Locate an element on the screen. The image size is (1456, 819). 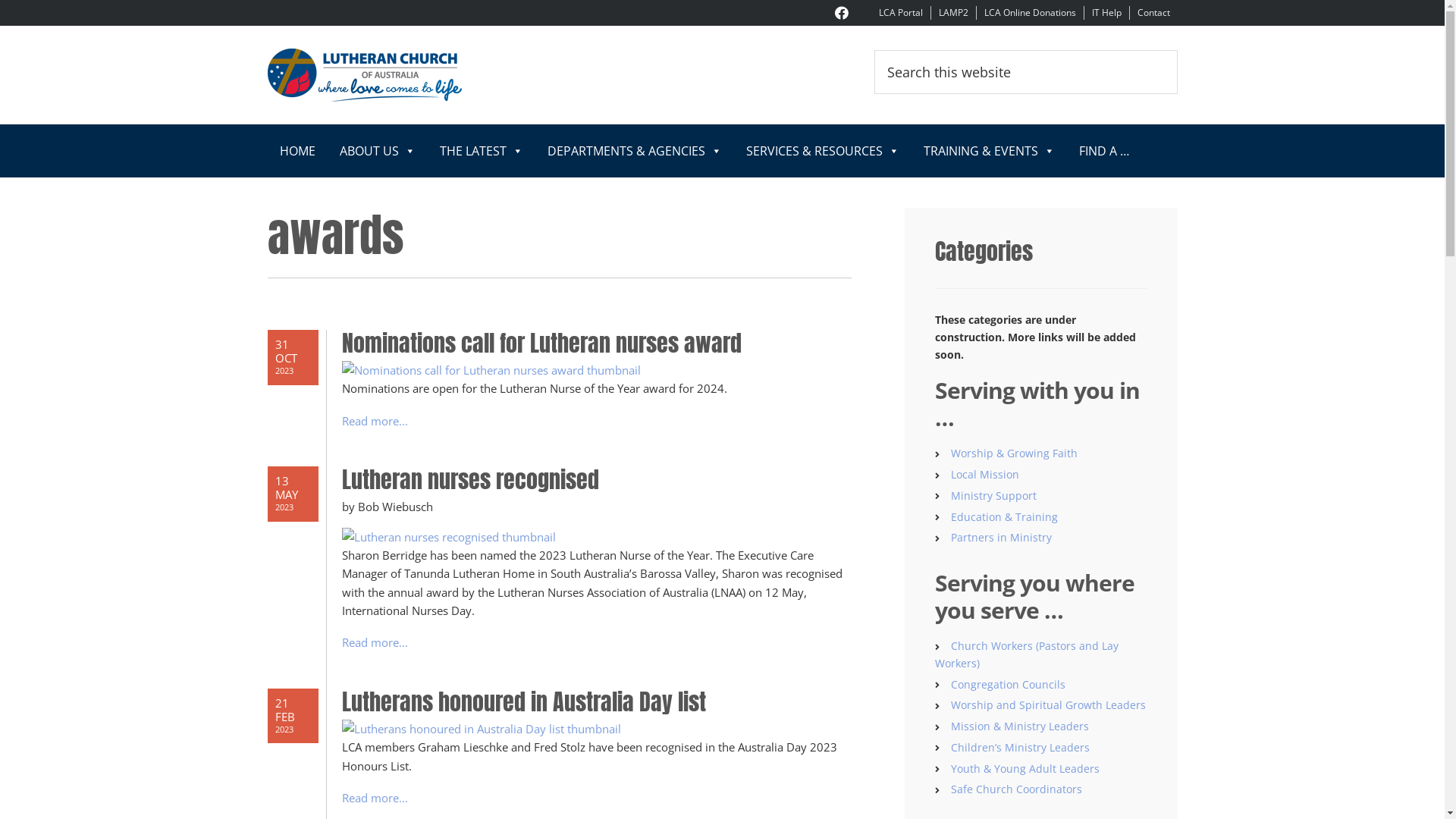
'Contact' is located at coordinates (1153, 12).